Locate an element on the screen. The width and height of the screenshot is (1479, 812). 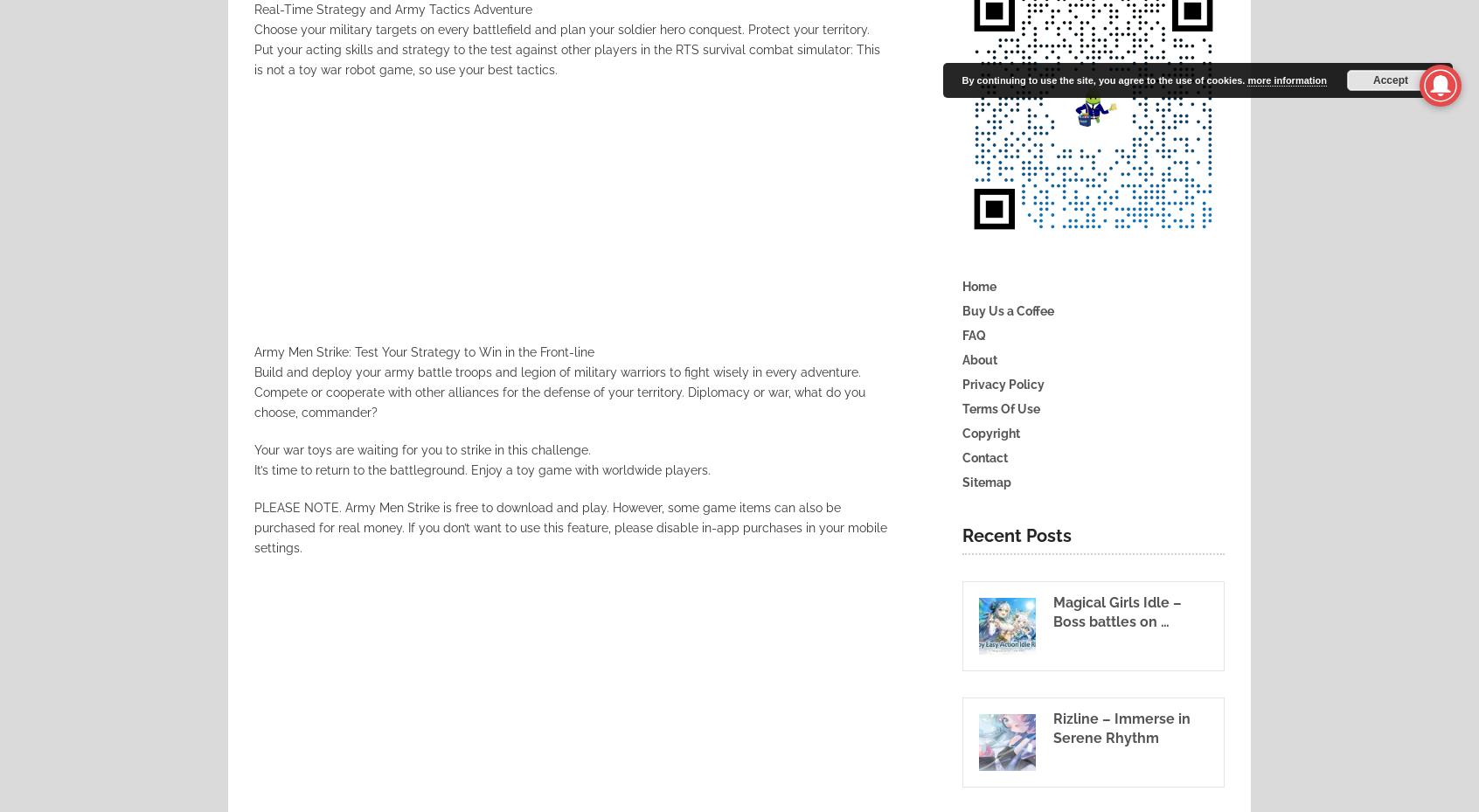
'more information' is located at coordinates (1246, 79).